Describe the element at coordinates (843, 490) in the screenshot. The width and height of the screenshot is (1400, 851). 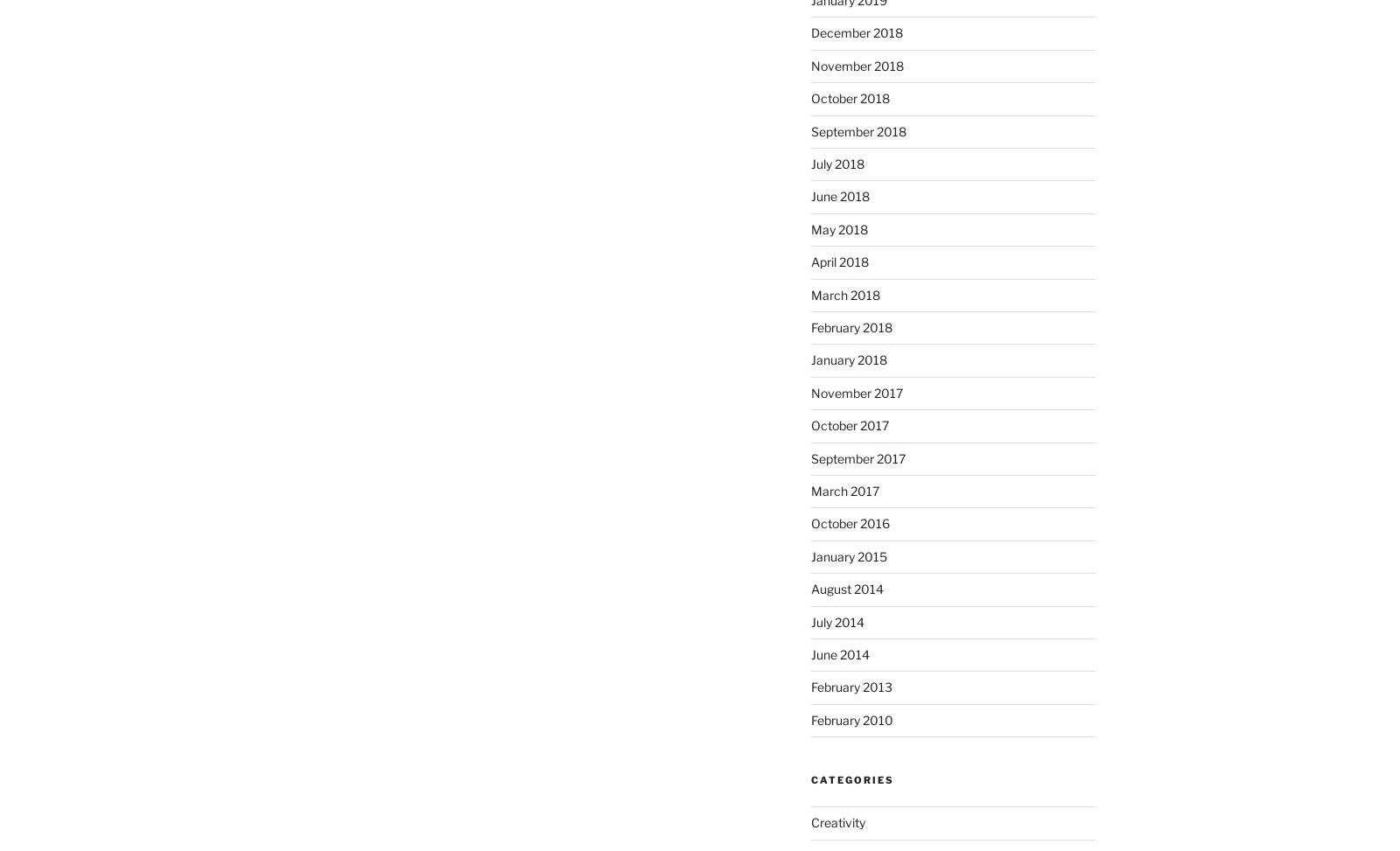
I see `'March 2017'` at that location.